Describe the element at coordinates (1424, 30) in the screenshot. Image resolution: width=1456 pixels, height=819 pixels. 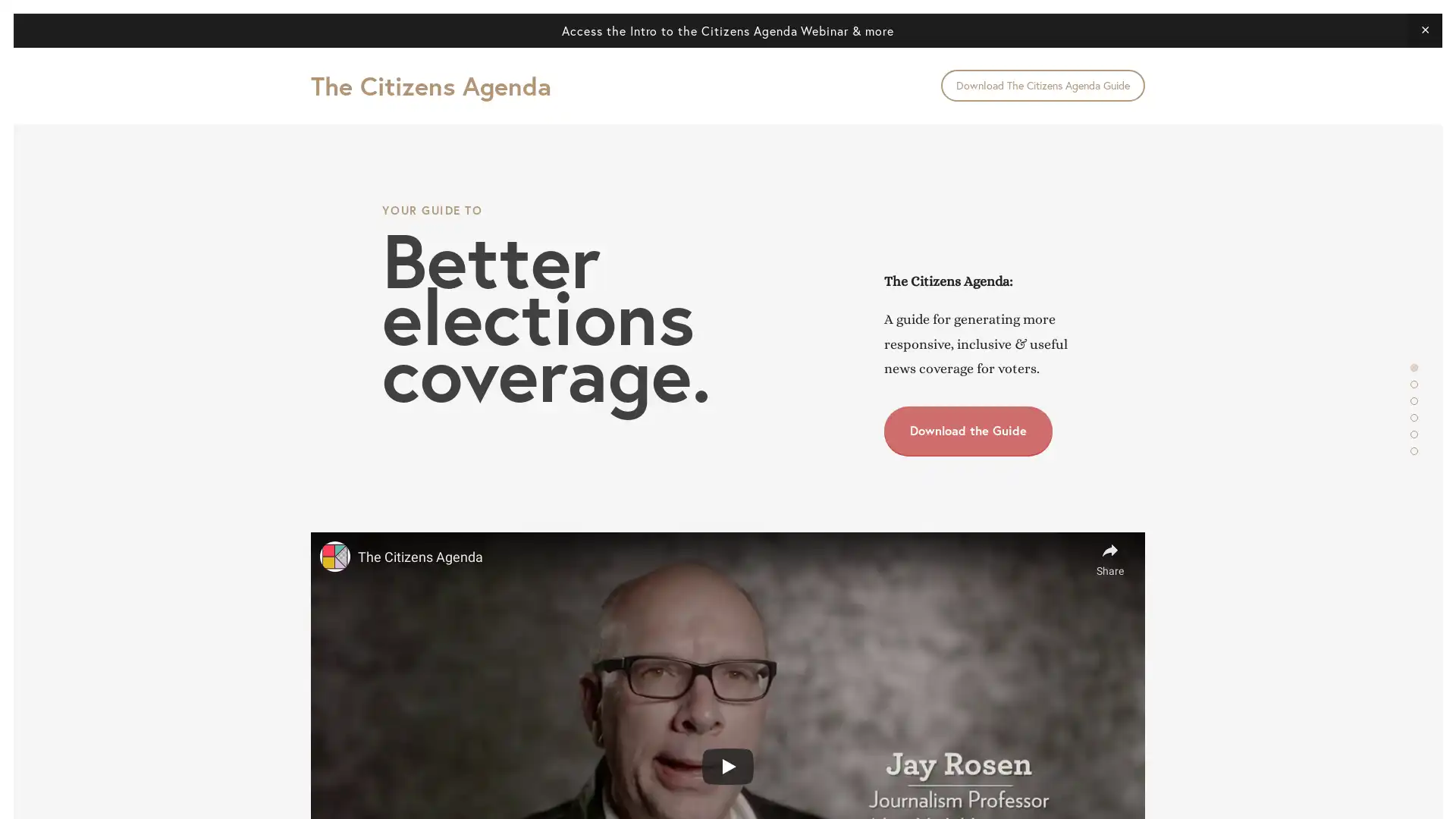
I see `Close Announcement` at that location.